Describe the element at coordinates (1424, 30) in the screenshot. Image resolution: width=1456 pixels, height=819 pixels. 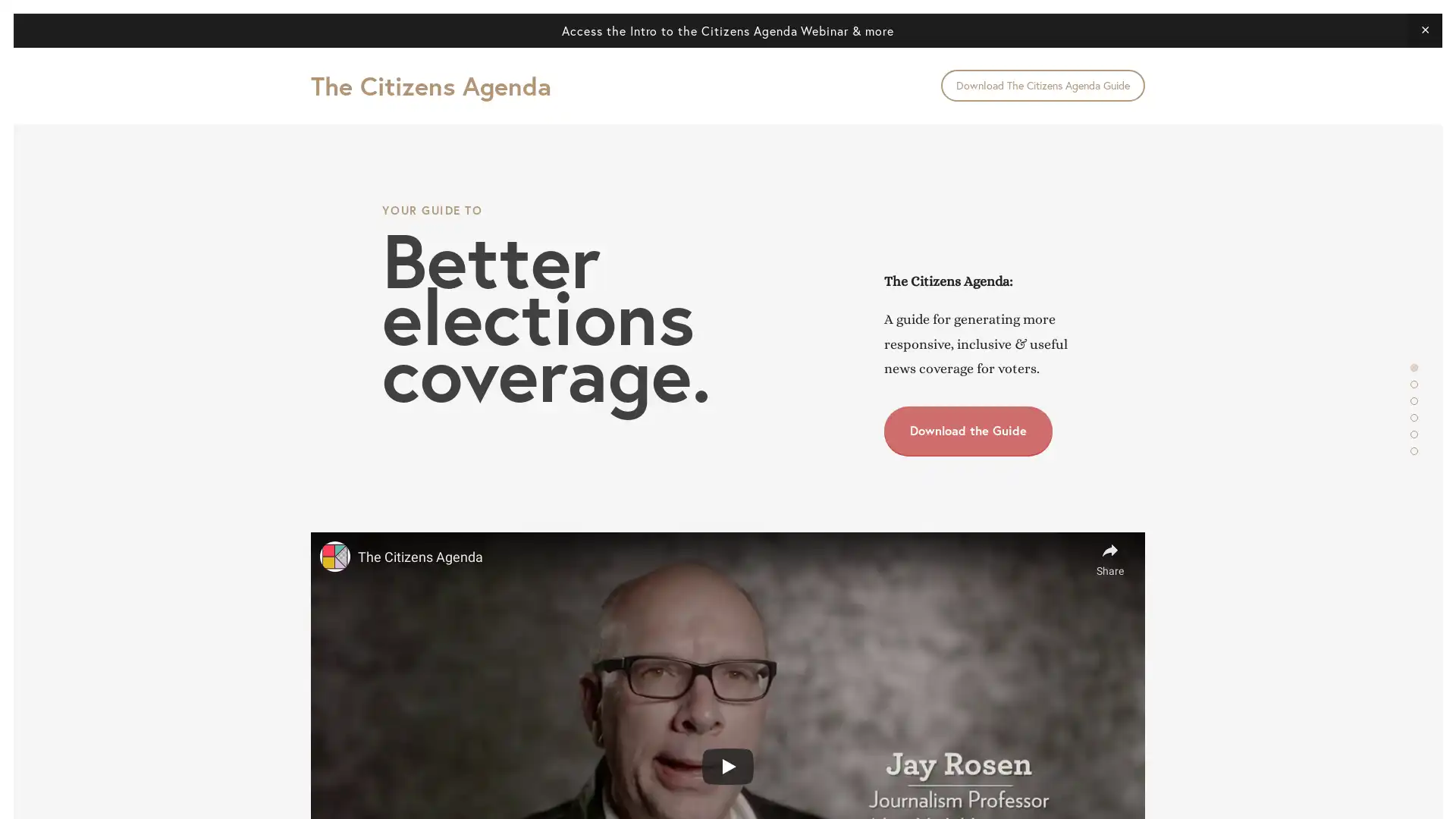
I see `Close Announcement` at that location.